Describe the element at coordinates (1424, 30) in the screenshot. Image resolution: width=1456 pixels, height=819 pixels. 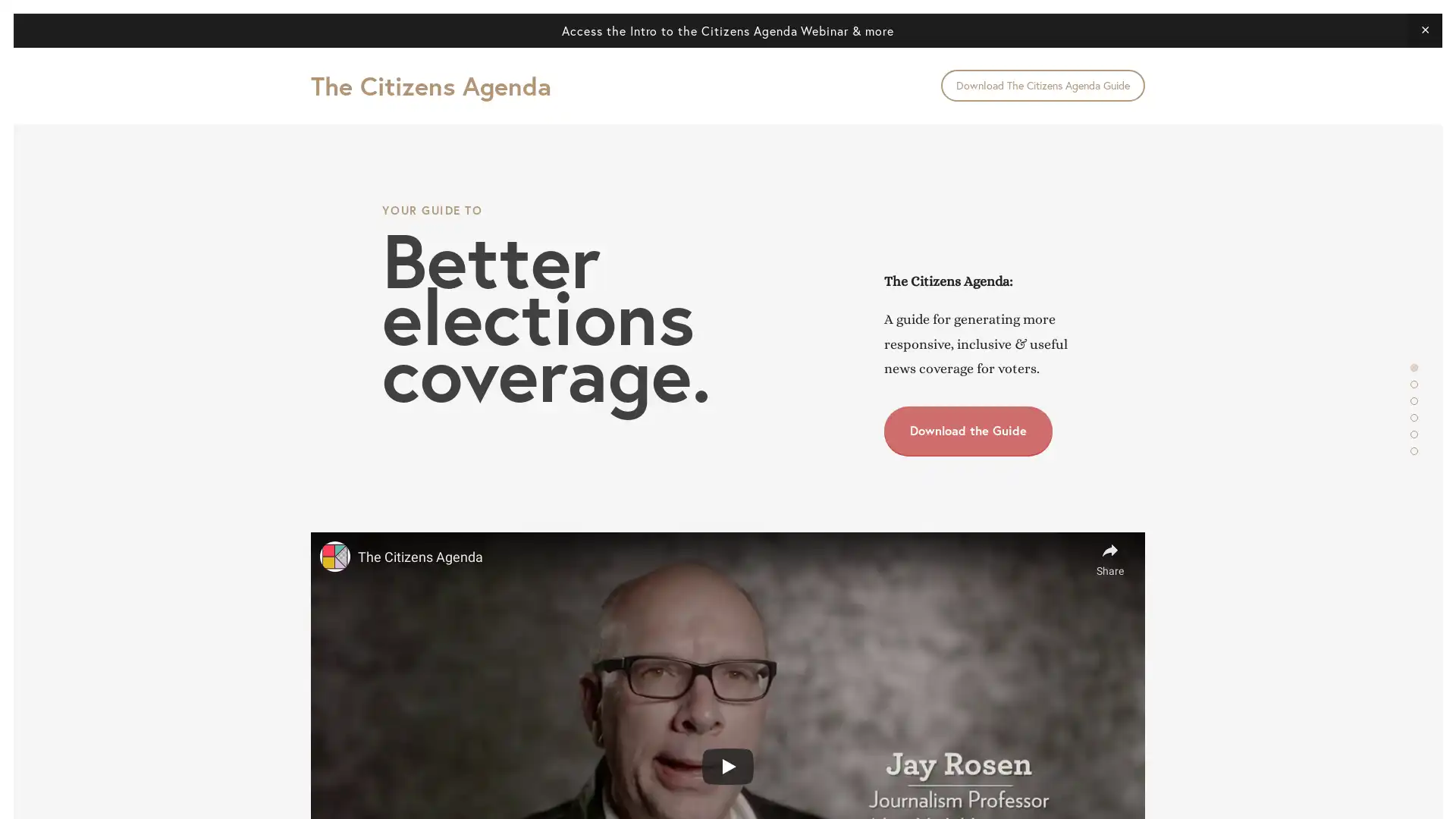
I see `Close Announcement` at that location.